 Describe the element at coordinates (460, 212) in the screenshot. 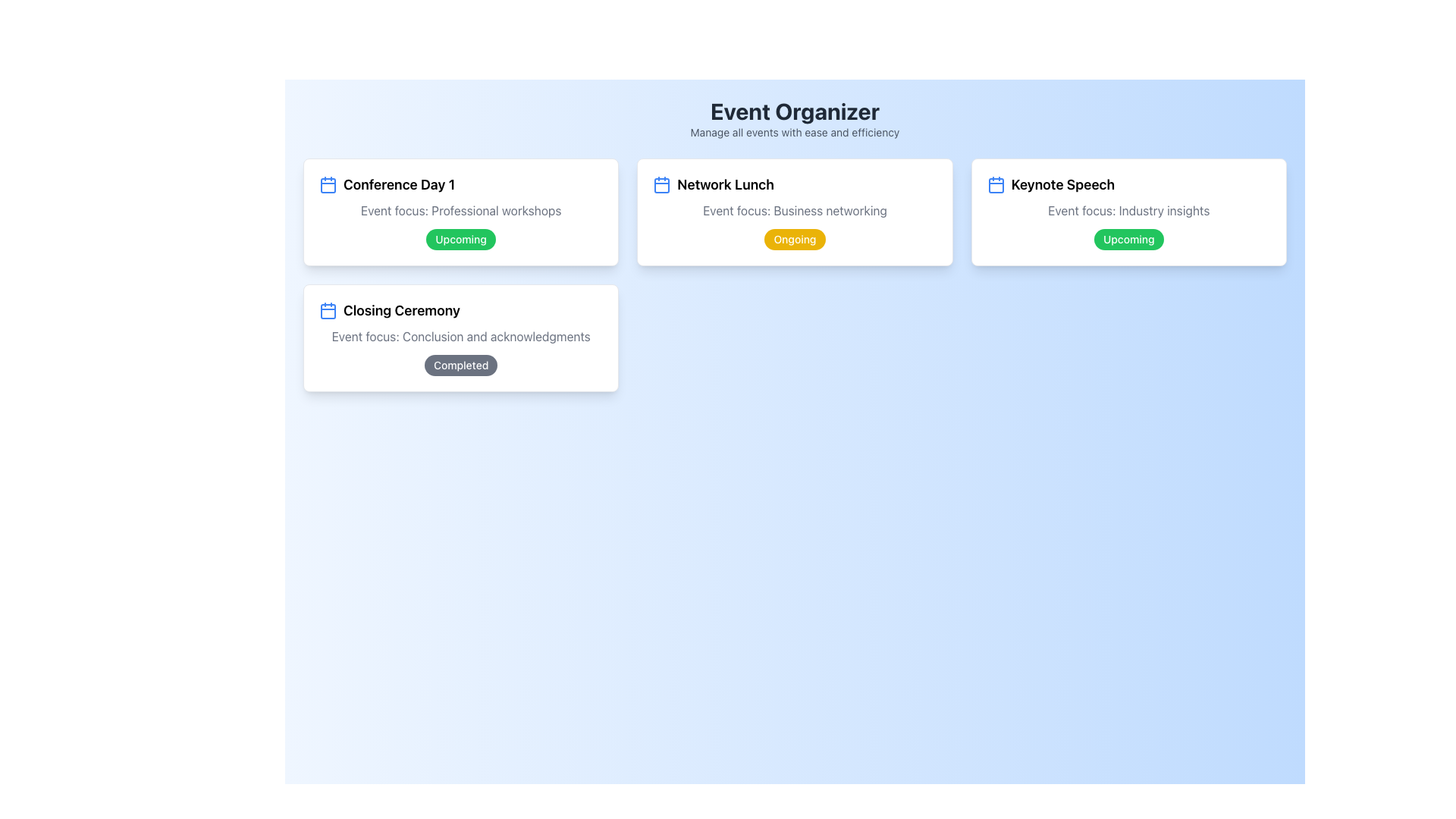

I see `the Event Information Card labeled 'Conference Day 1', located in the top-left section of the grid layout` at that location.